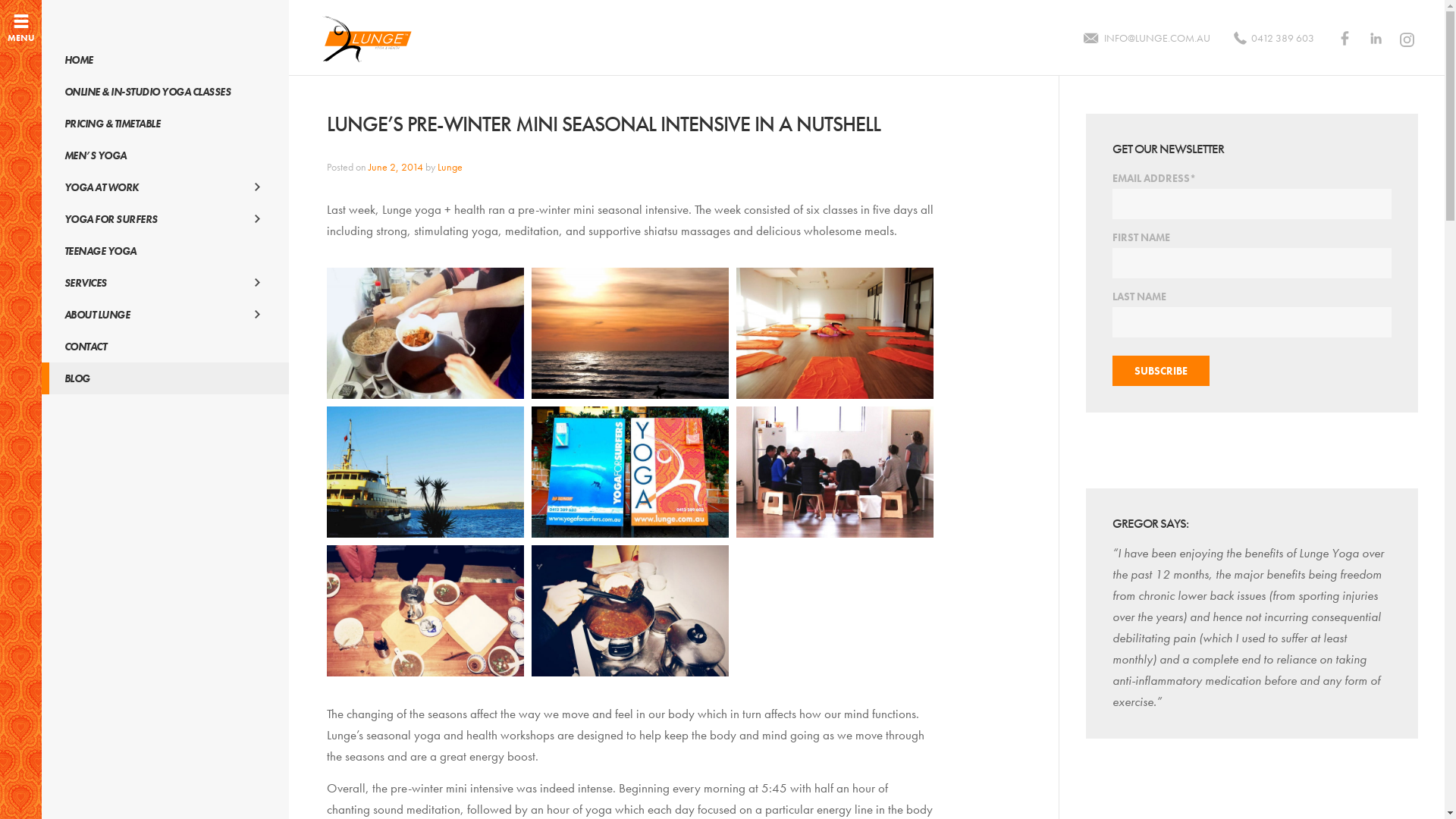 Image resolution: width=1456 pixels, height=819 pixels. Describe the element at coordinates (165, 58) in the screenshot. I see `'HOME'` at that location.